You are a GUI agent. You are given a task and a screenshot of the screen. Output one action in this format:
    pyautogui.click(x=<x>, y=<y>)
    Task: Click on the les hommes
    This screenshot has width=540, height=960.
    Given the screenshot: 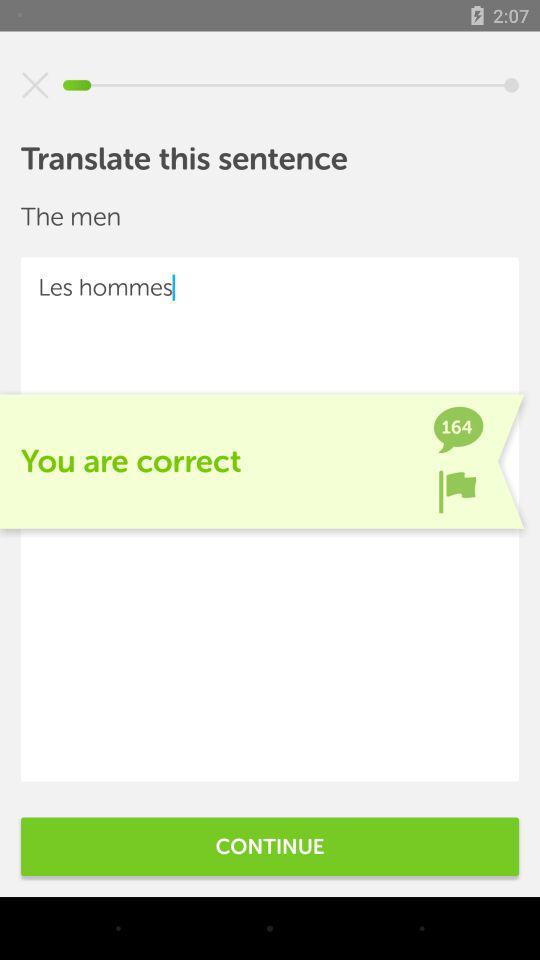 What is the action you would take?
    pyautogui.click(x=270, y=518)
    